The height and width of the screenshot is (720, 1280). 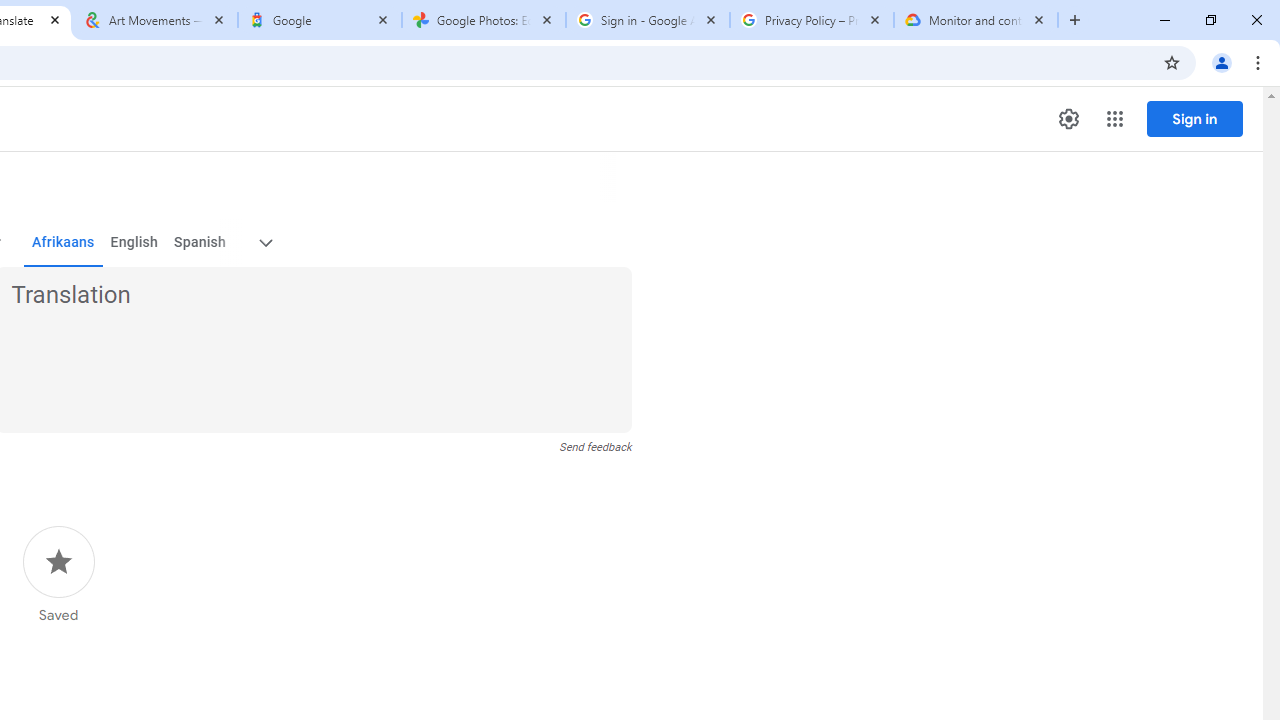 What do you see at coordinates (594, 446) in the screenshot?
I see `'Send feedback'` at bounding box center [594, 446].